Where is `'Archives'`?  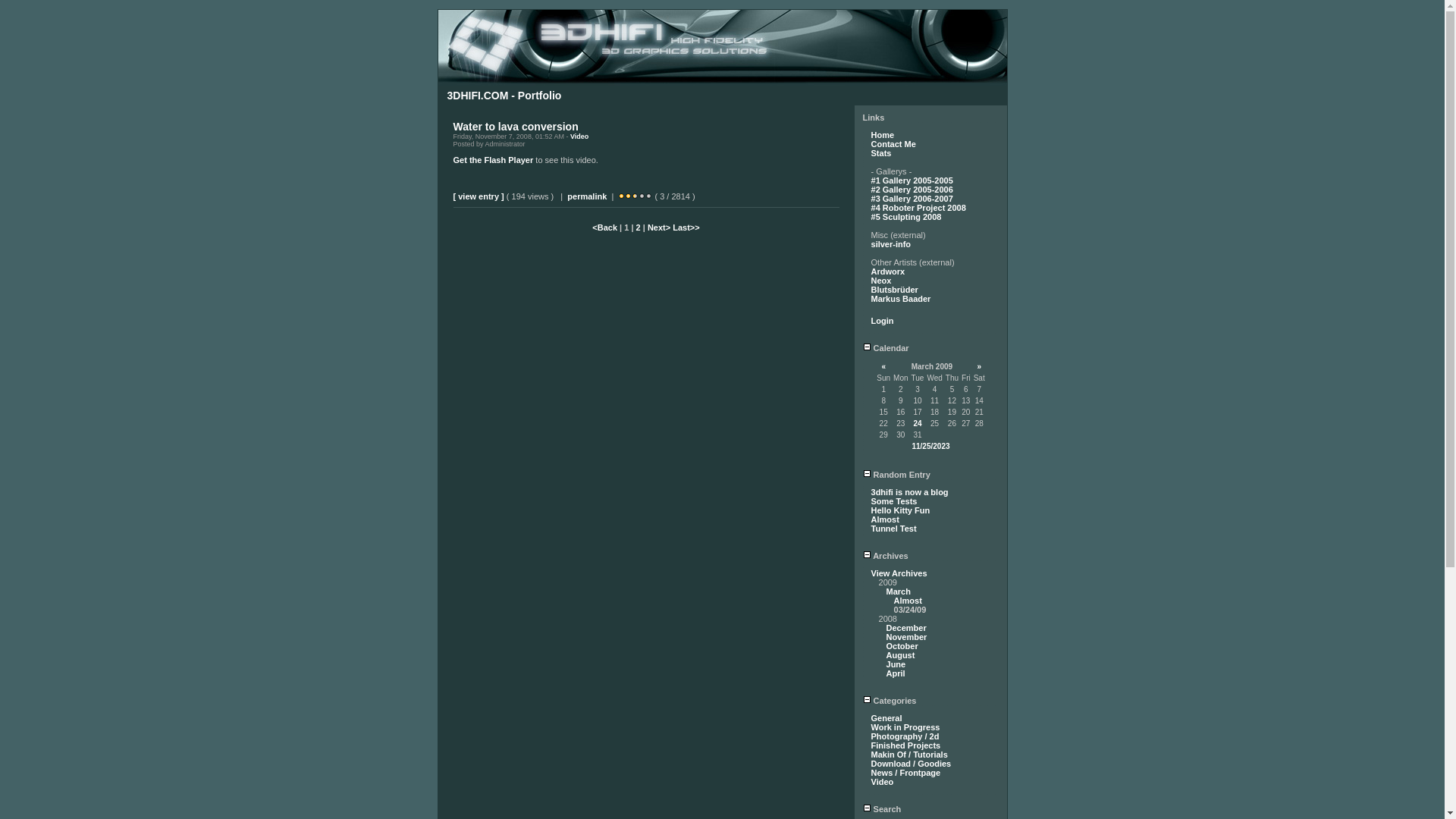
'Archives' is located at coordinates (885, 555).